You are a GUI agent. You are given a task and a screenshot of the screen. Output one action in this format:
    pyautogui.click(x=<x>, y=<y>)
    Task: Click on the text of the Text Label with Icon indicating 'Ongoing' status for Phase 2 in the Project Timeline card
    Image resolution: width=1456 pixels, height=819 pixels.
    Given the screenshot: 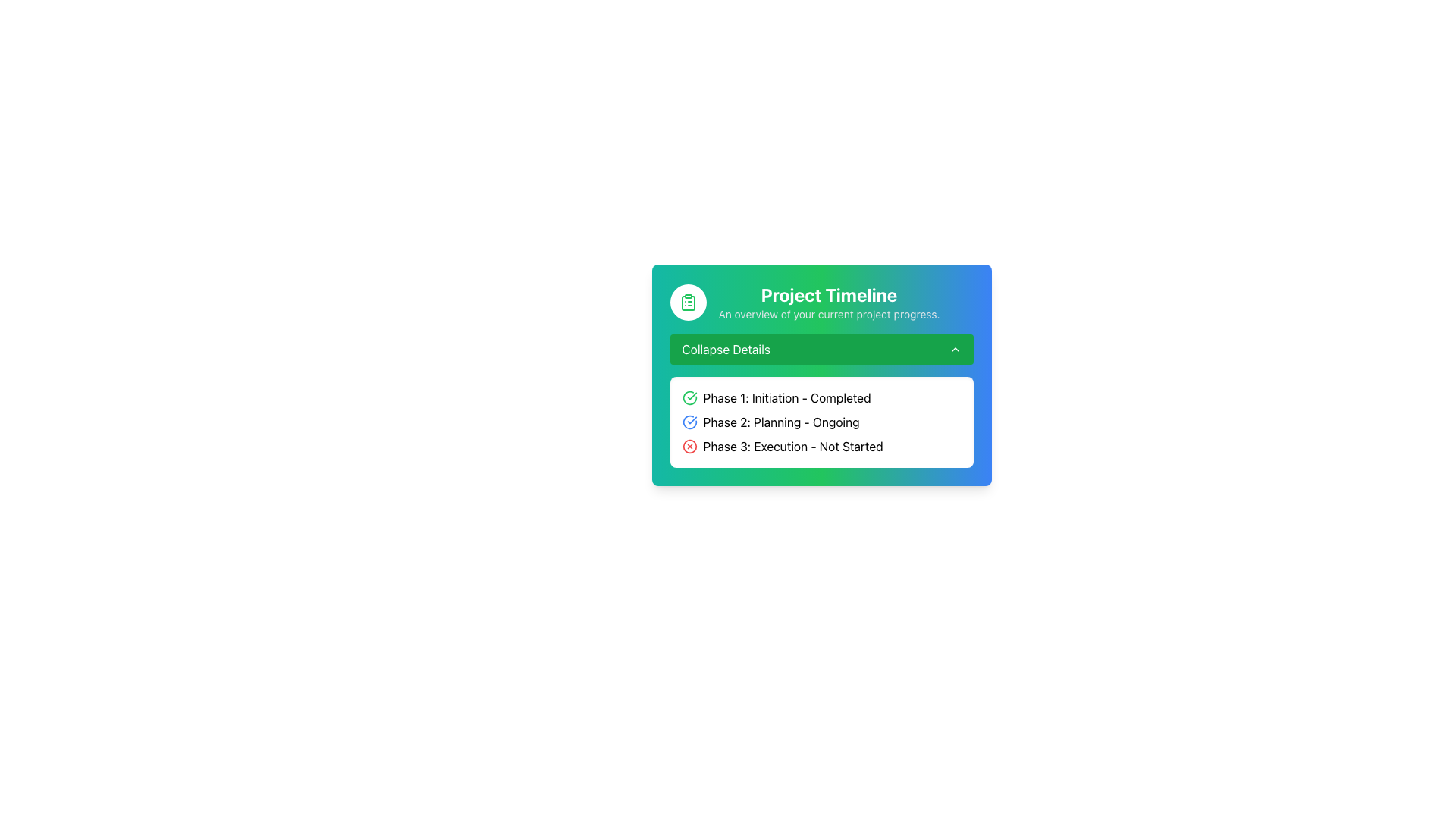 What is the action you would take?
    pyautogui.click(x=821, y=422)
    